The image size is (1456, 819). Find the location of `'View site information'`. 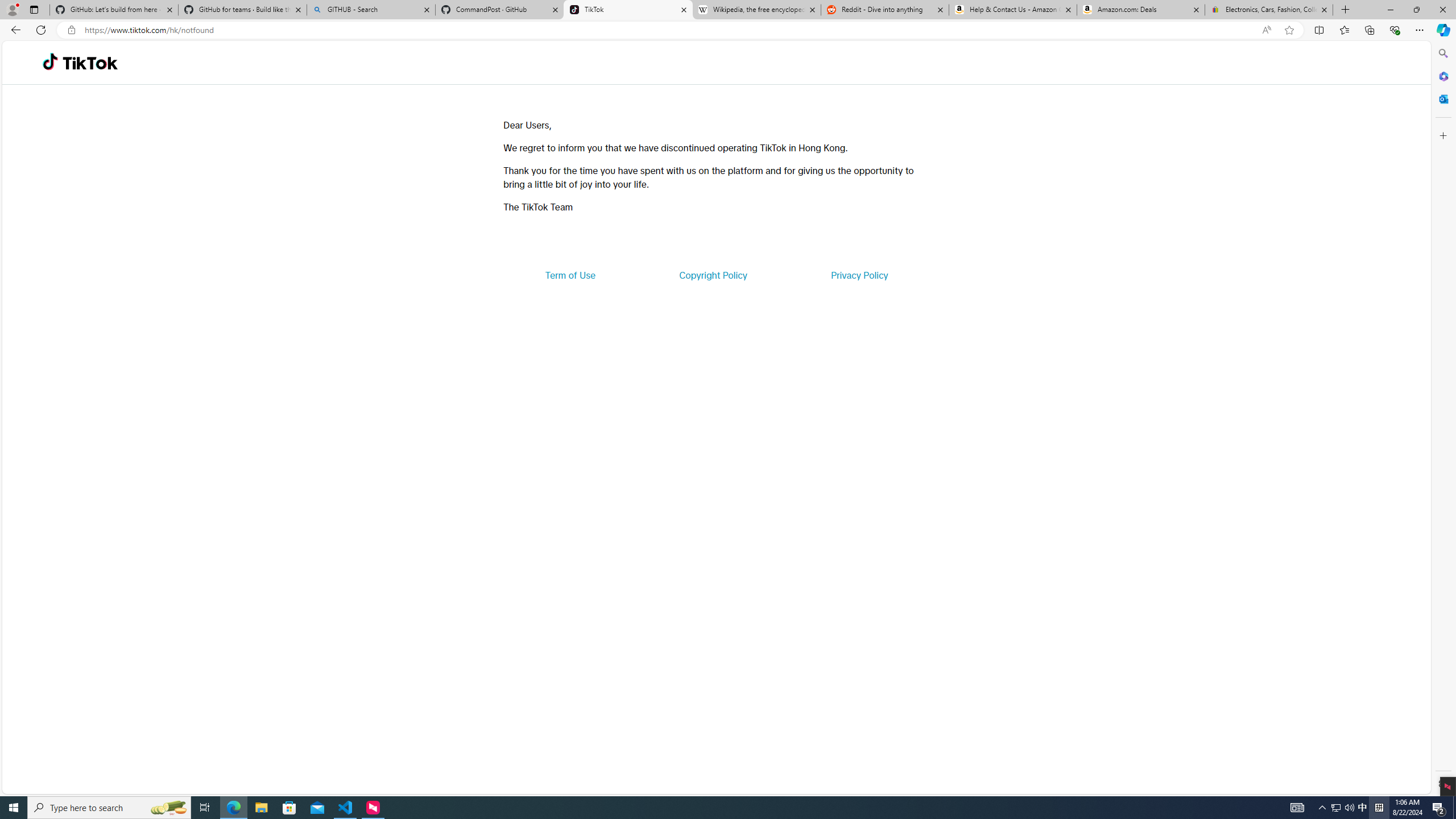

'View site information' is located at coordinates (71, 30).